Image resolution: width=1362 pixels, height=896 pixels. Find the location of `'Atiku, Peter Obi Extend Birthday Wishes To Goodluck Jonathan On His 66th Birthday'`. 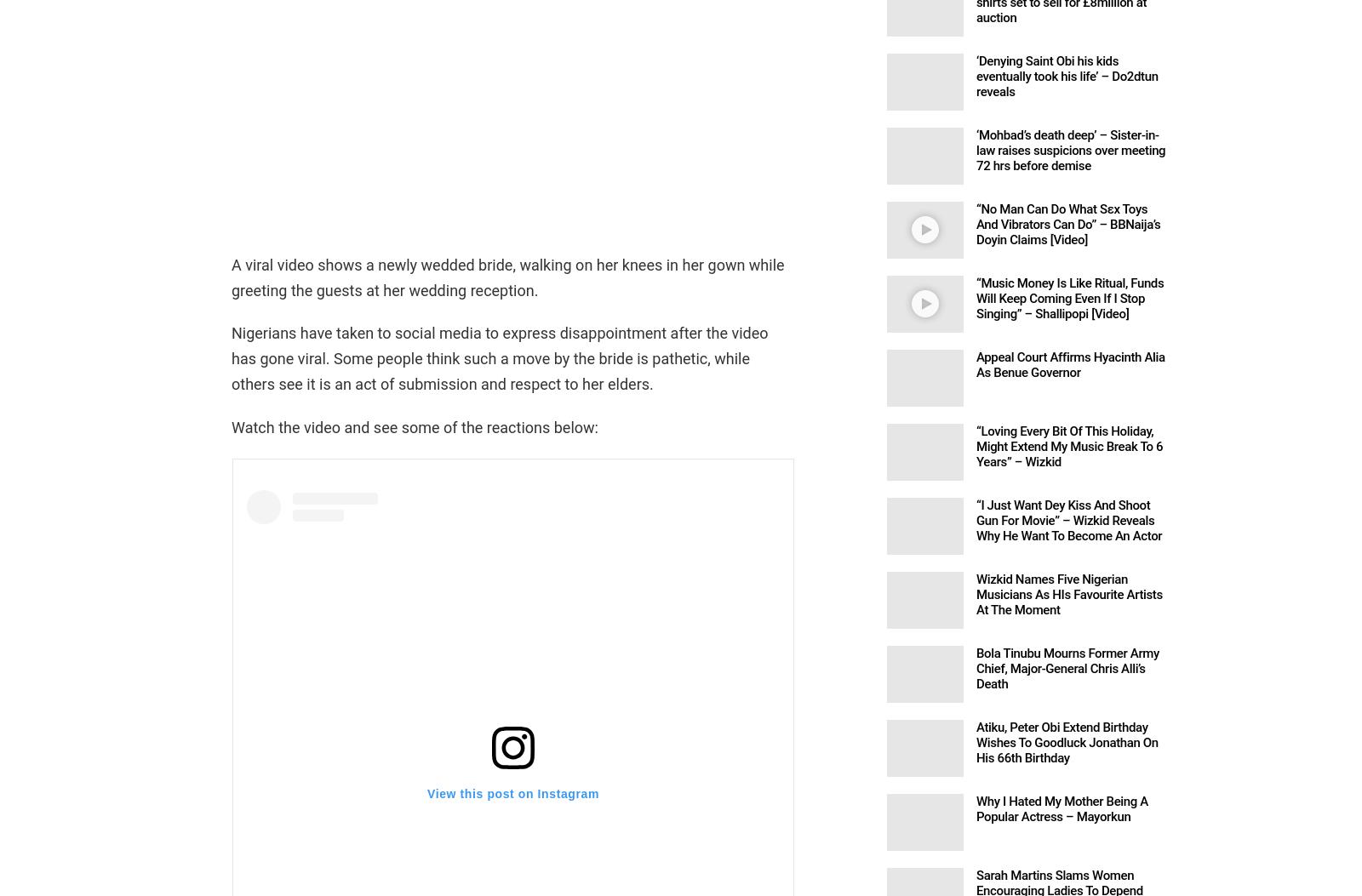

'Atiku, Peter Obi Extend Birthday Wishes To Goodluck Jonathan On His 66th Birthday' is located at coordinates (976, 741).